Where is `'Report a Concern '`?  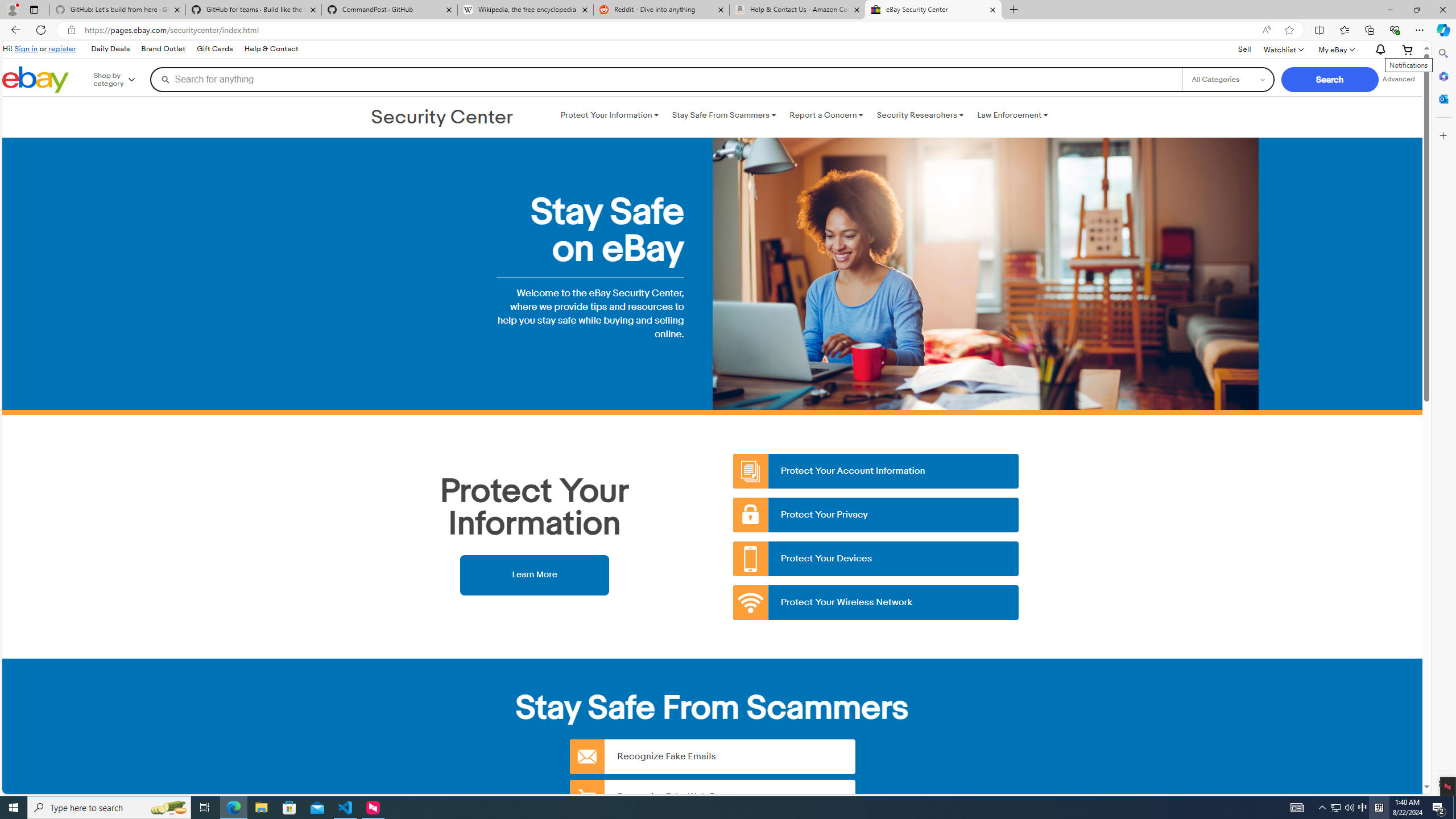 'Report a Concern ' is located at coordinates (825, 115).